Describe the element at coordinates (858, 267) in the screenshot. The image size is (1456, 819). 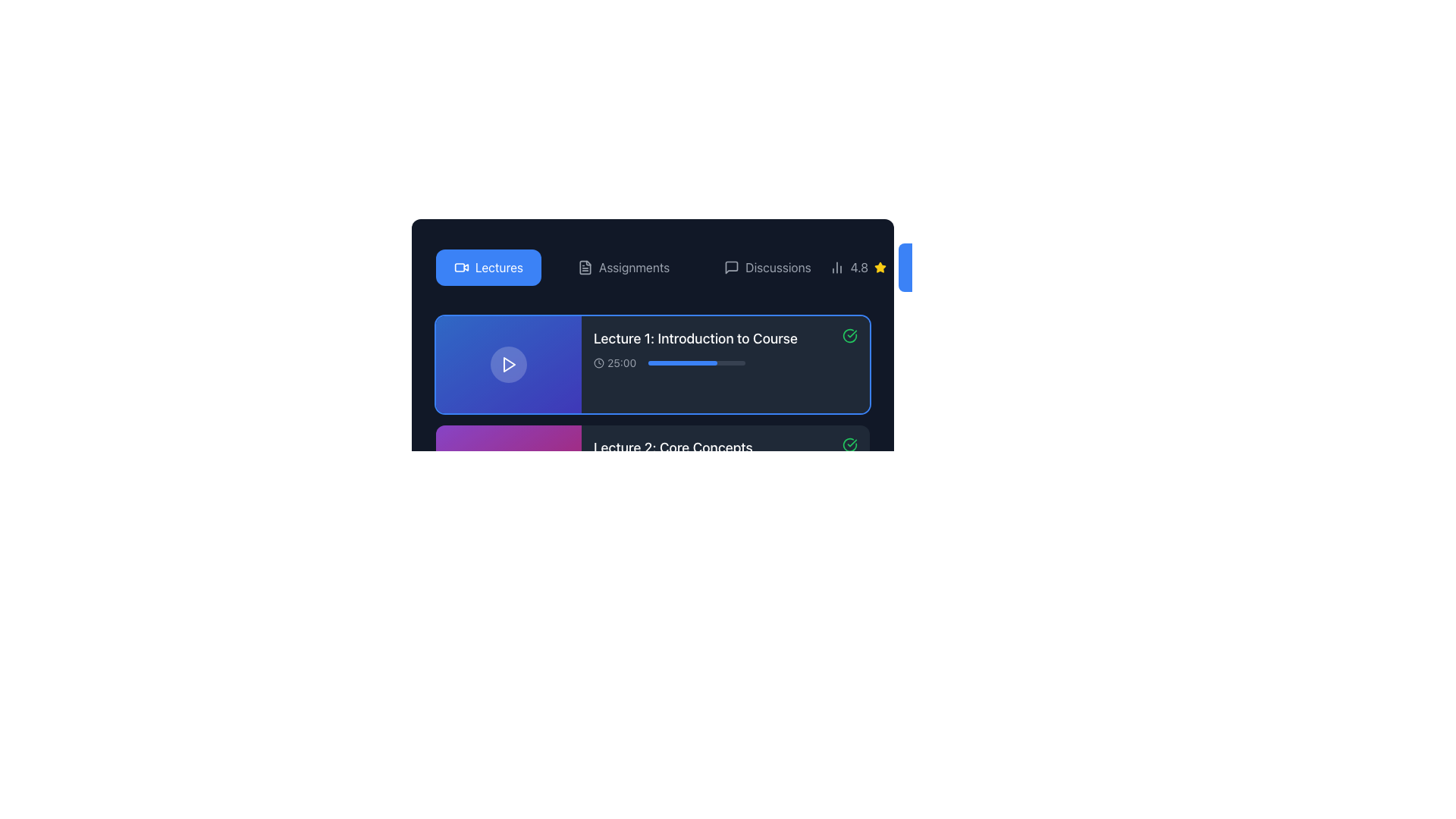
I see `the text label displaying the rating '4.8' located in the upper-right section of the interface, positioned between the bar chart icon and the star icon` at that location.